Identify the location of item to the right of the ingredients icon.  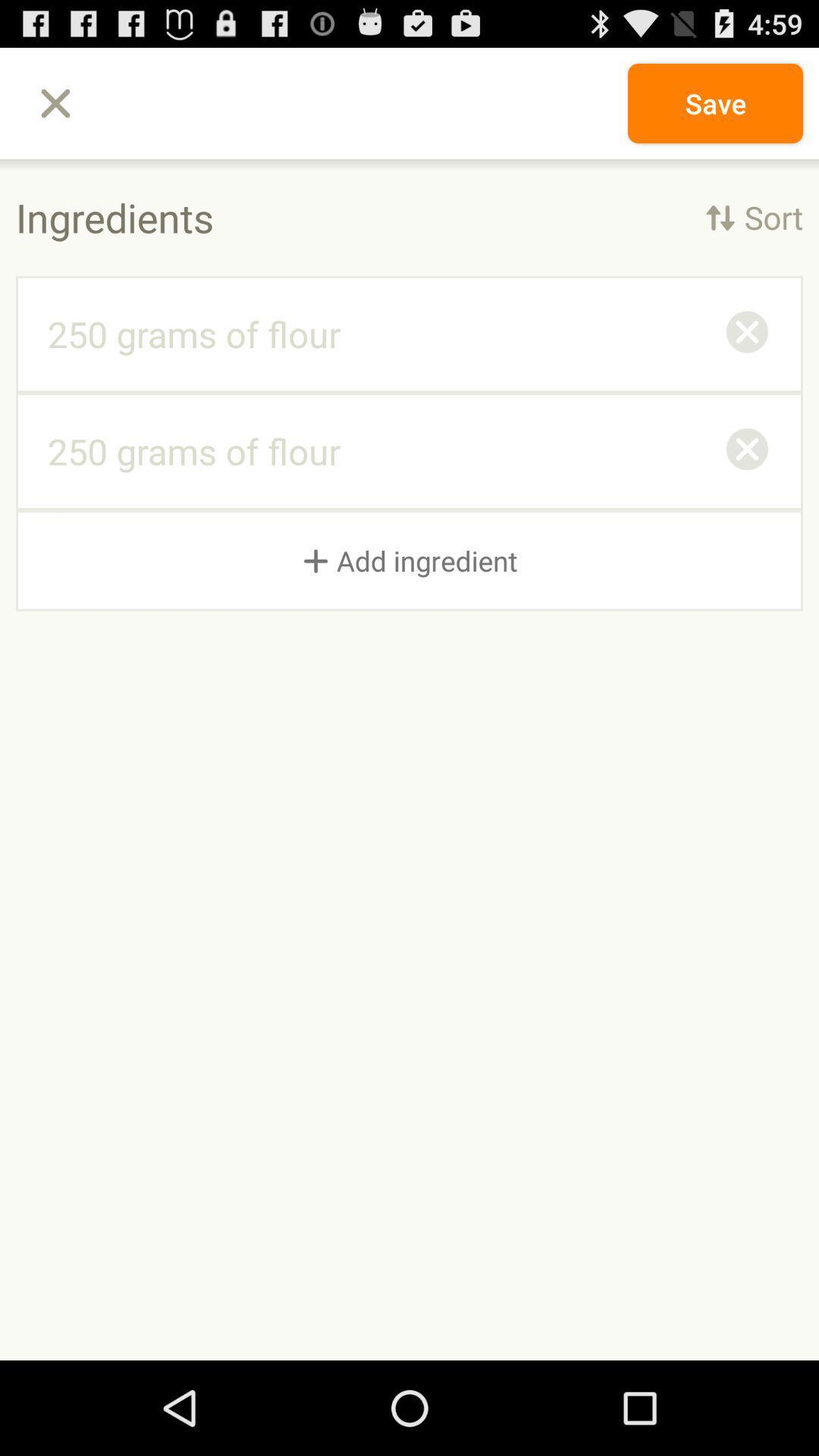
(754, 216).